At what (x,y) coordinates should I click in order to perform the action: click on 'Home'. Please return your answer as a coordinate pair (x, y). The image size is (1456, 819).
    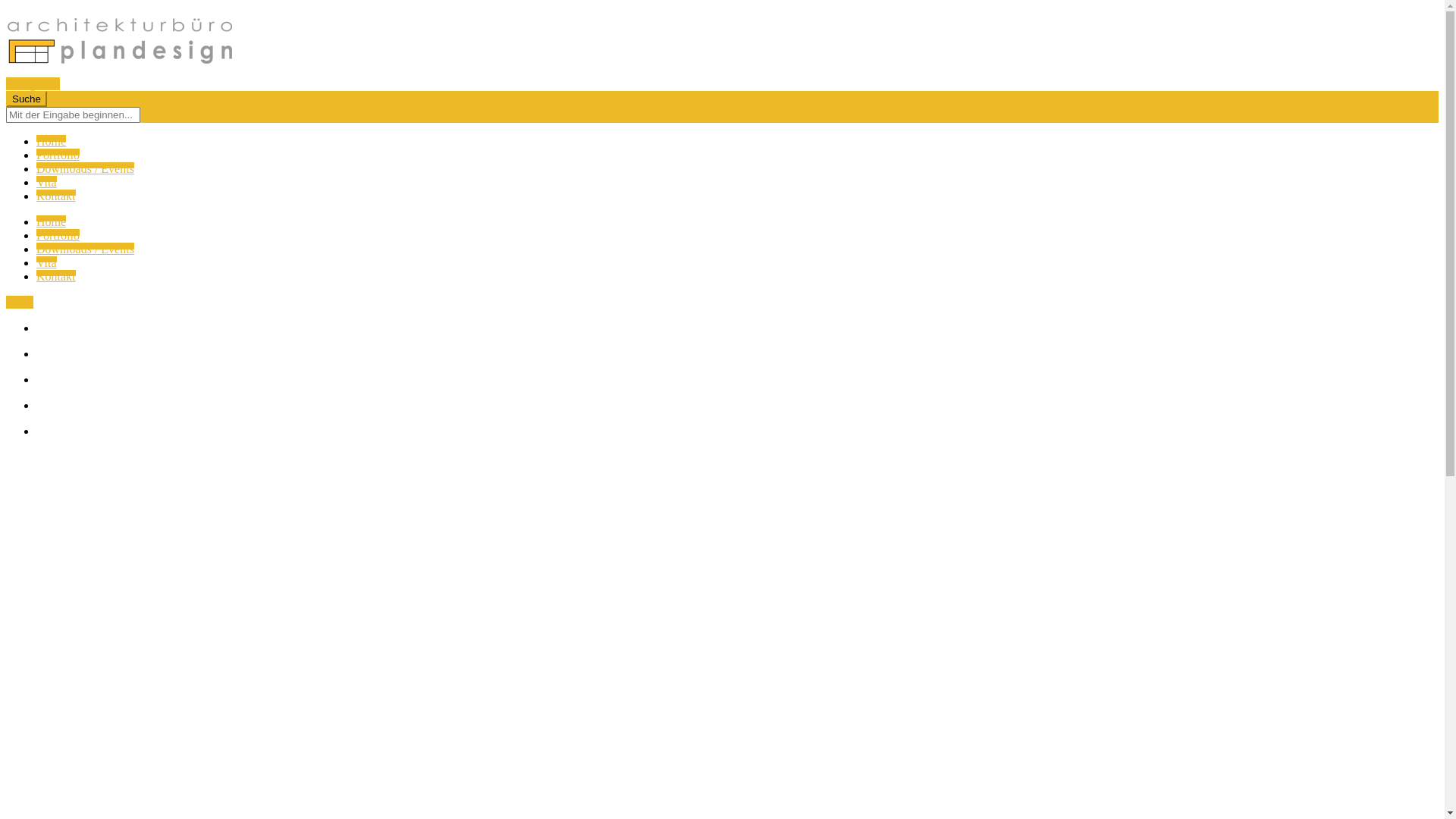
    Looking at the image, I should click on (51, 221).